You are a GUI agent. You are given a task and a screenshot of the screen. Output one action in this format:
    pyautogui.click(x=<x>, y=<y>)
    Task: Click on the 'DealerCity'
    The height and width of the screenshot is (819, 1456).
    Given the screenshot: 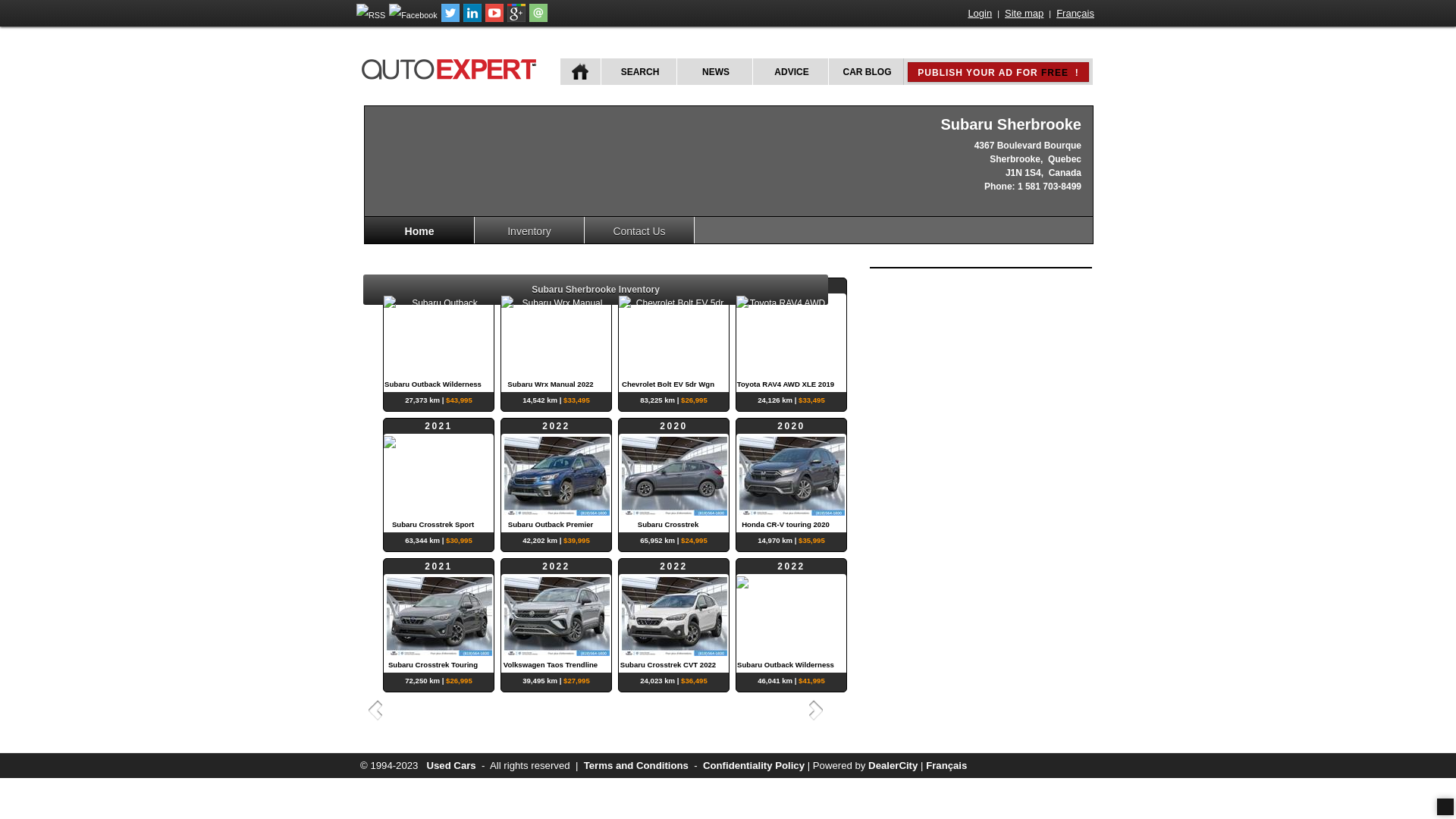 What is the action you would take?
    pyautogui.click(x=893, y=765)
    